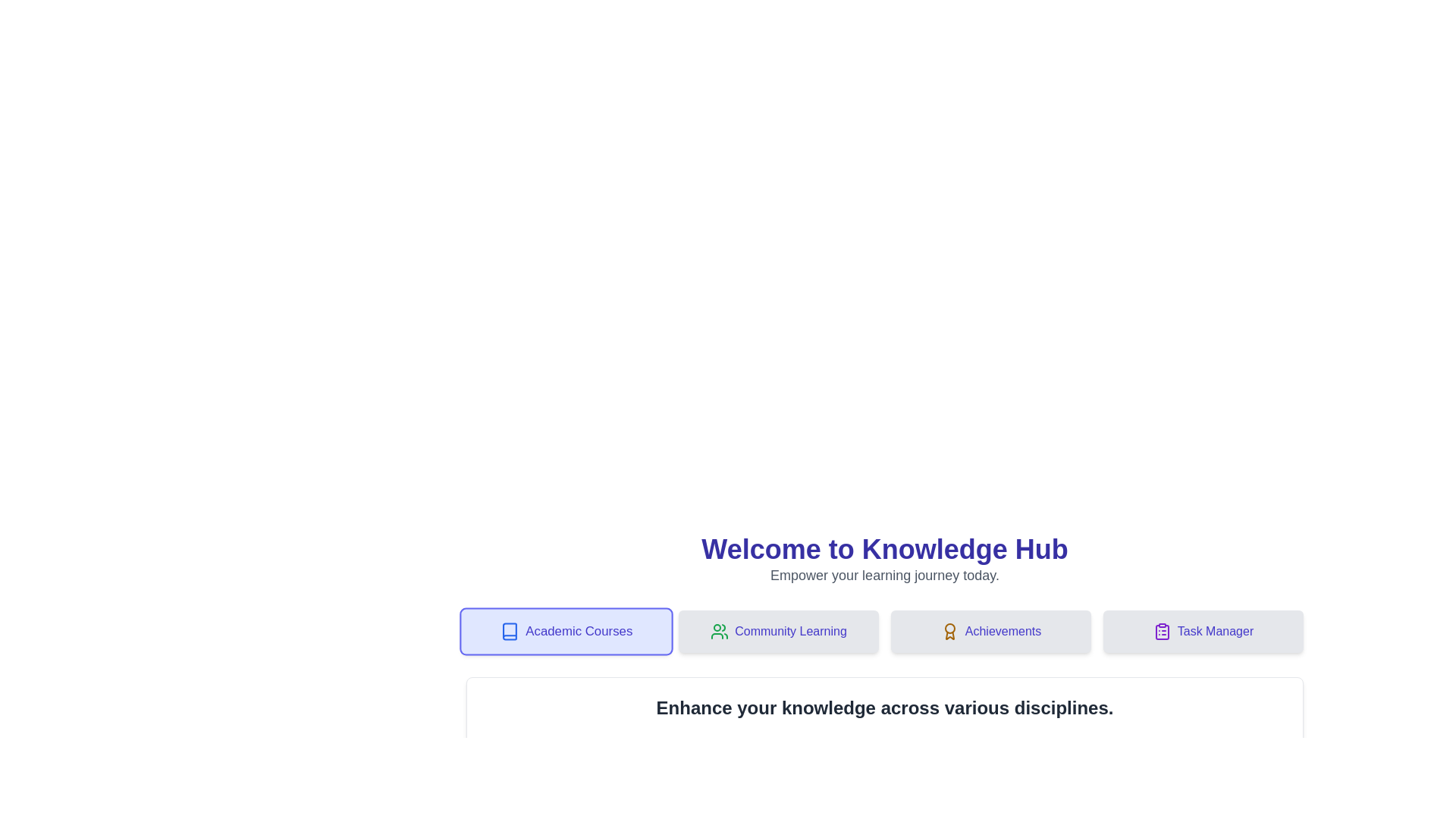  I want to click on the title text 'Welcome to Knowledge Hub' to highlight it, so click(884, 550).